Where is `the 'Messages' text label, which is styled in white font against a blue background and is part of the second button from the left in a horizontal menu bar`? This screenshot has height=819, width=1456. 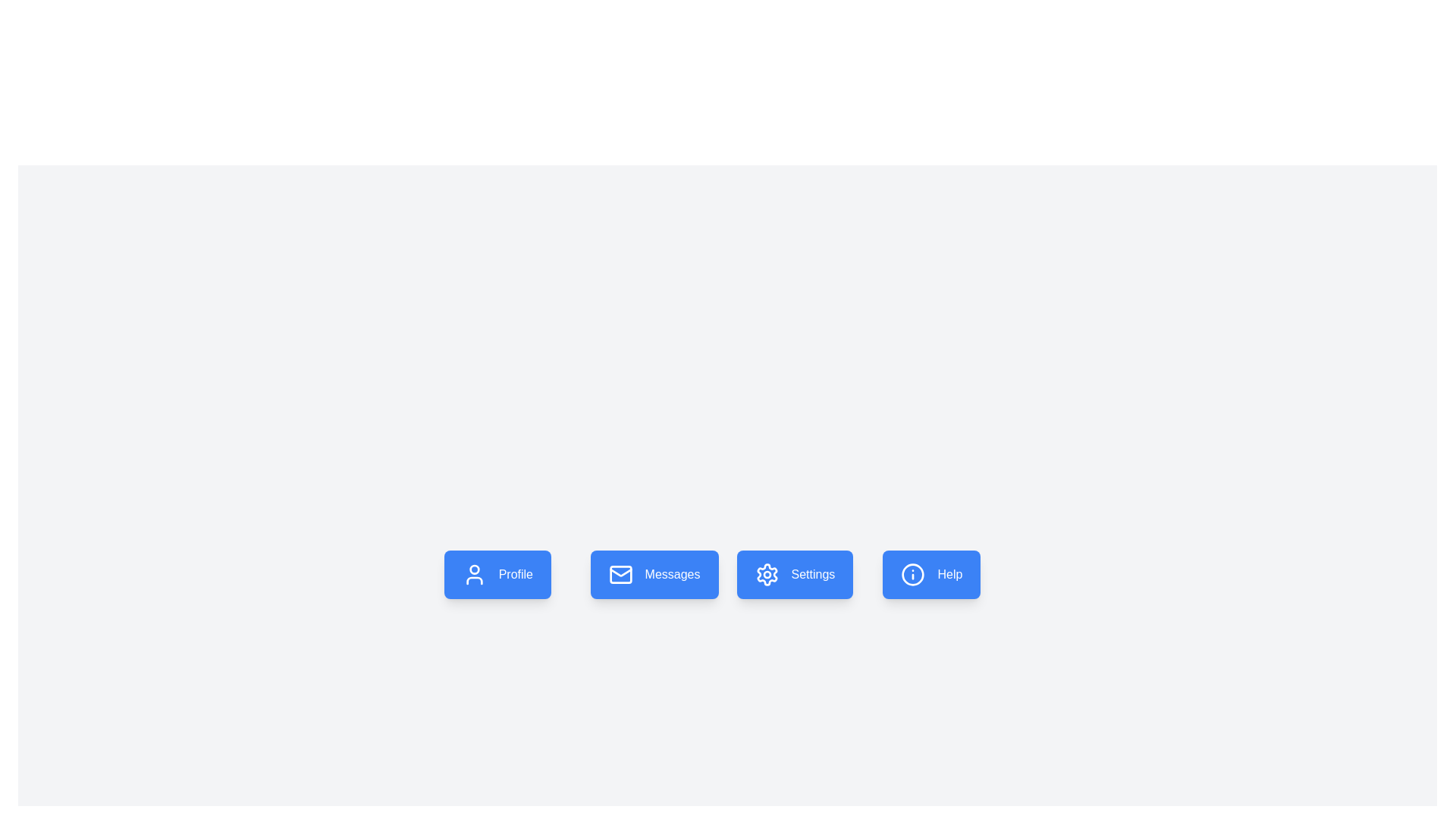
the 'Messages' text label, which is styled in white font against a blue background and is part of the second button from the left in a horizontal menu bar is located at coordinates (672, 575).